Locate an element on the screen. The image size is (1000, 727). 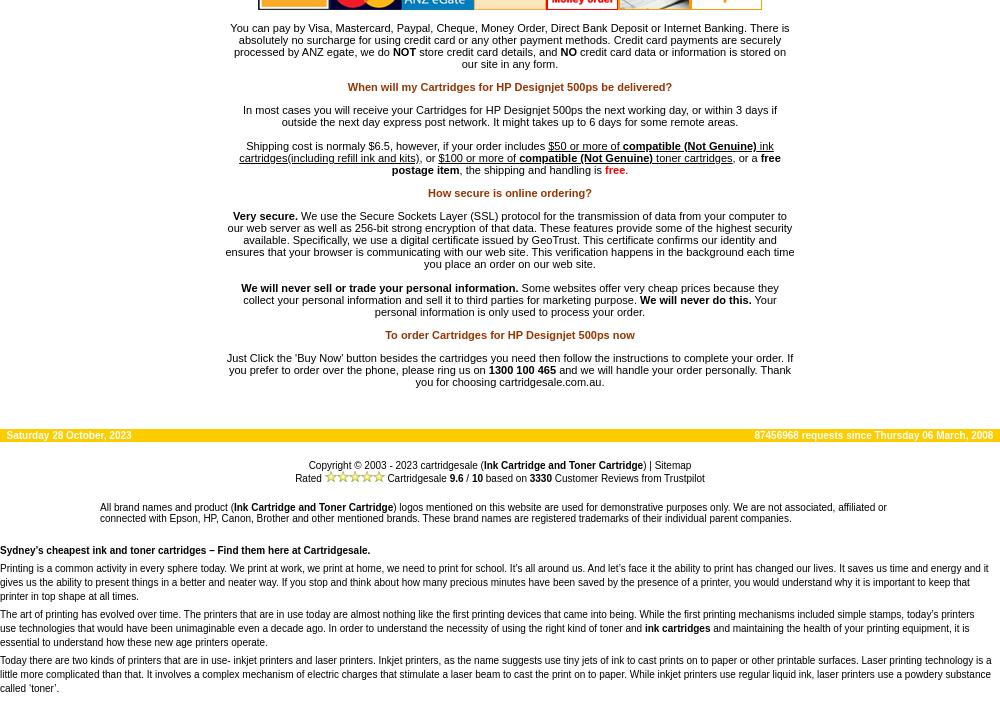
'toner cartridges' is located at coordinates (691, 157).